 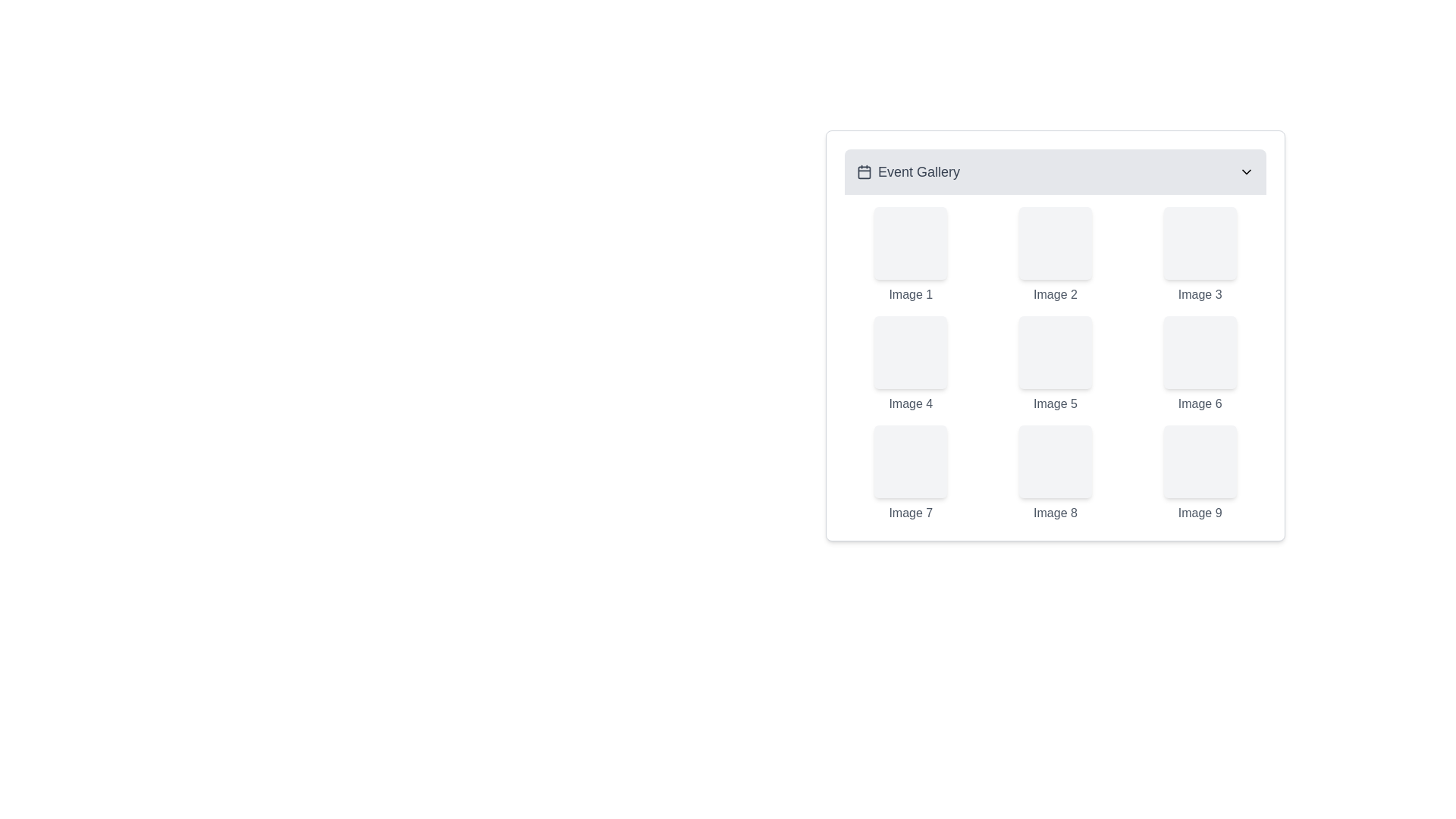 I want to click on the text label that serves as a descriptor for the image in the third column of the third row in the gallery interface, so click(x=1199, y=513).